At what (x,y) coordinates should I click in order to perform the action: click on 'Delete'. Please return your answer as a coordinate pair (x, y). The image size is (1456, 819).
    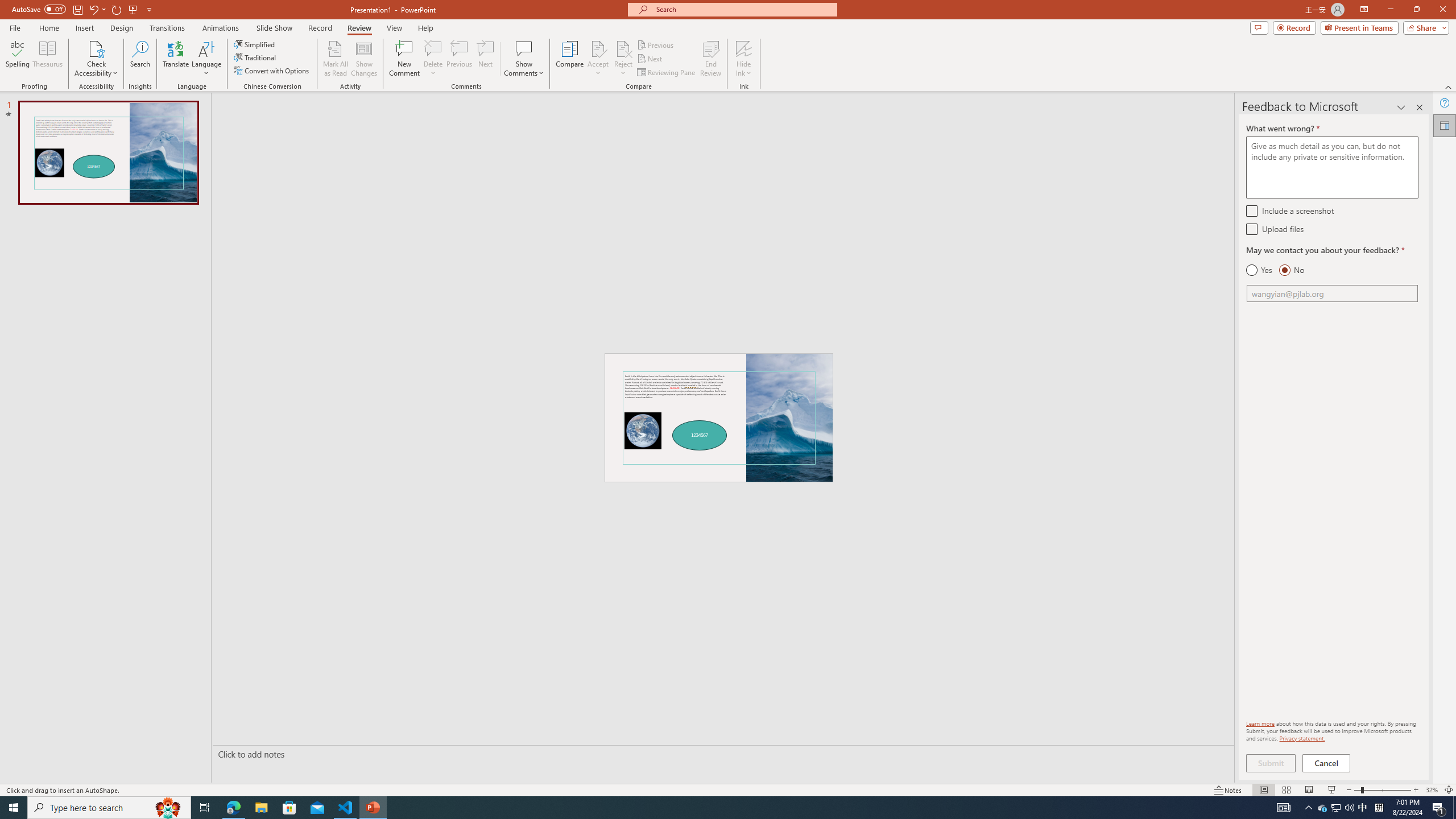
    Looking at the image, I should click on (433, 48).